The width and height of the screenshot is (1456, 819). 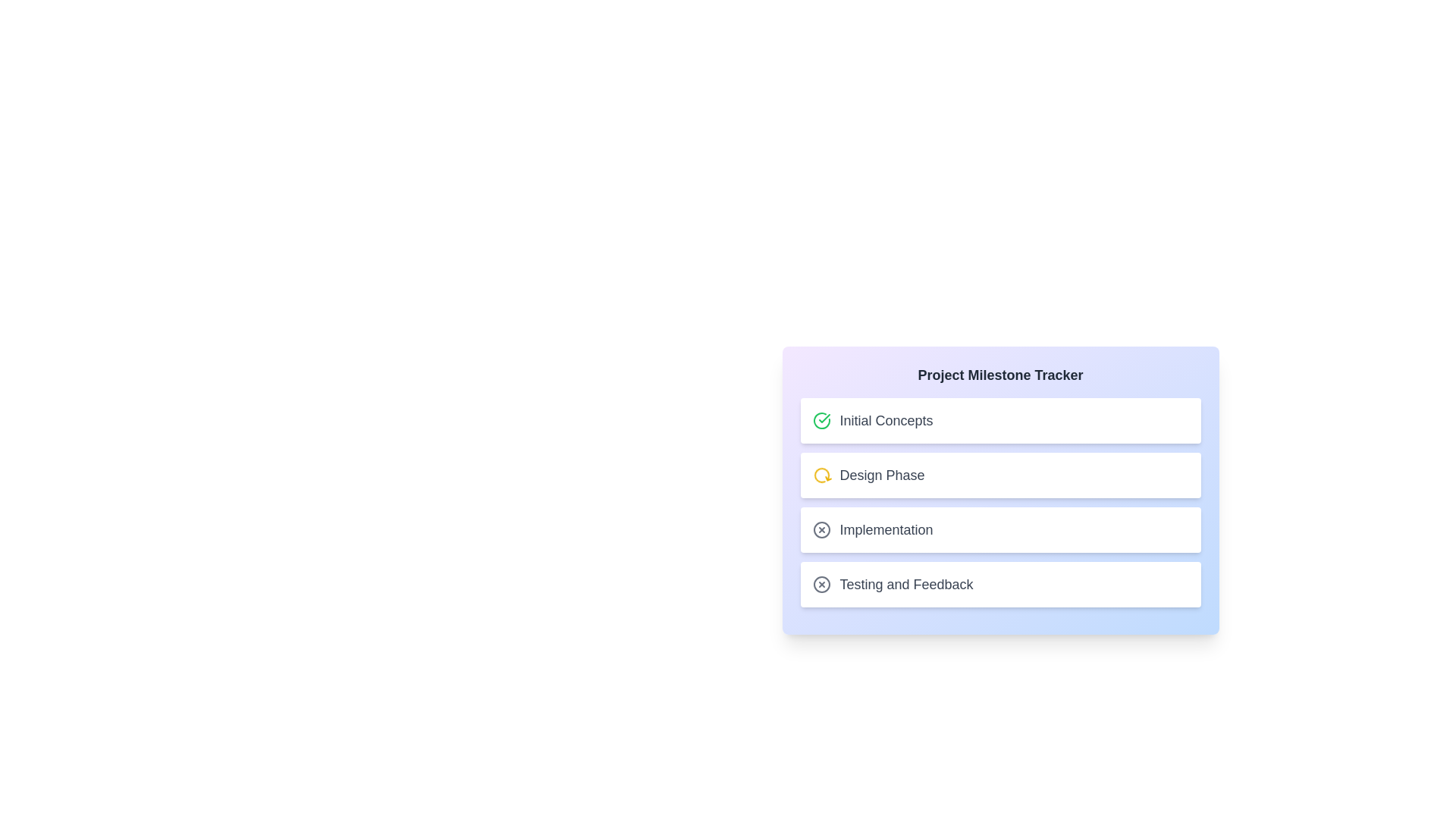 What do you see at coordinates (821, 475) in the screenshot?
I see `the activity indicator icon located to the left of the 'Design Phase' milestone entry in the tracker list` at bounding box center [821, 475].